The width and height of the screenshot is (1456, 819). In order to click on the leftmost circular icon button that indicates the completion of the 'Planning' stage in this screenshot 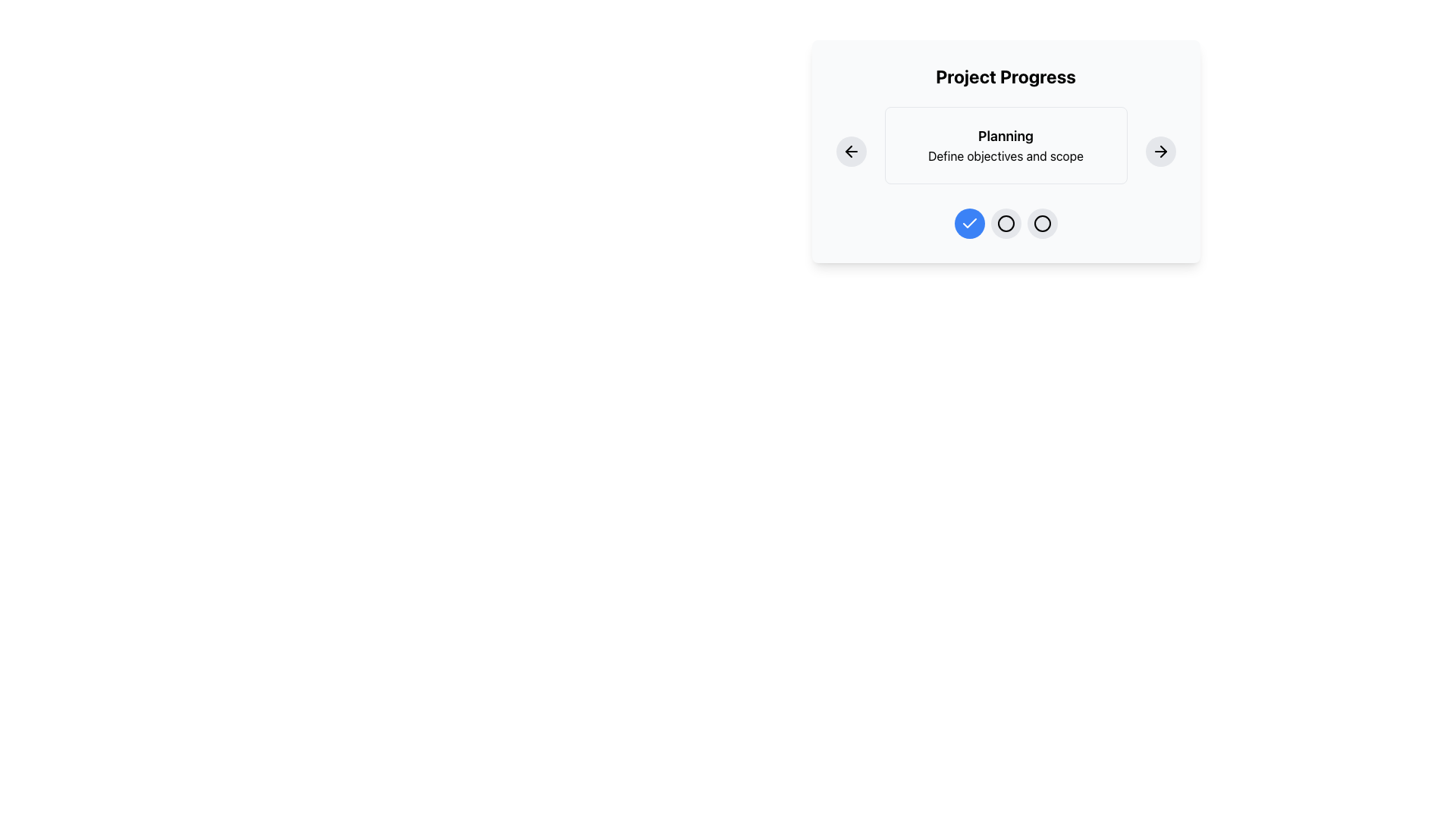, I will do `click(968, 223)`.